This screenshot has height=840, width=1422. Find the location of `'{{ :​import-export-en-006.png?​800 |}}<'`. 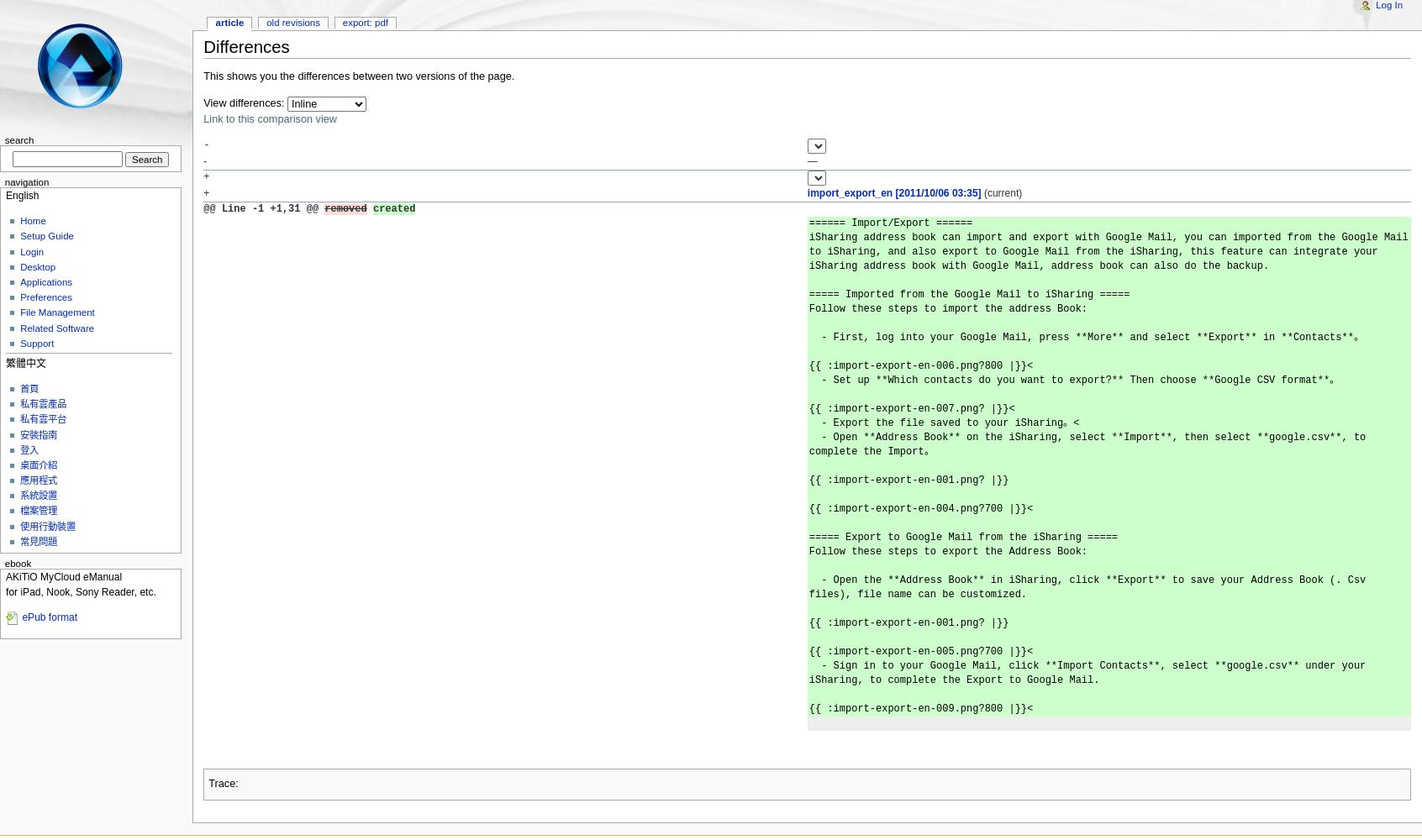

'{{ :​import-export-en-006.png?​800 |}}<' is located at coordinates (808, 366).